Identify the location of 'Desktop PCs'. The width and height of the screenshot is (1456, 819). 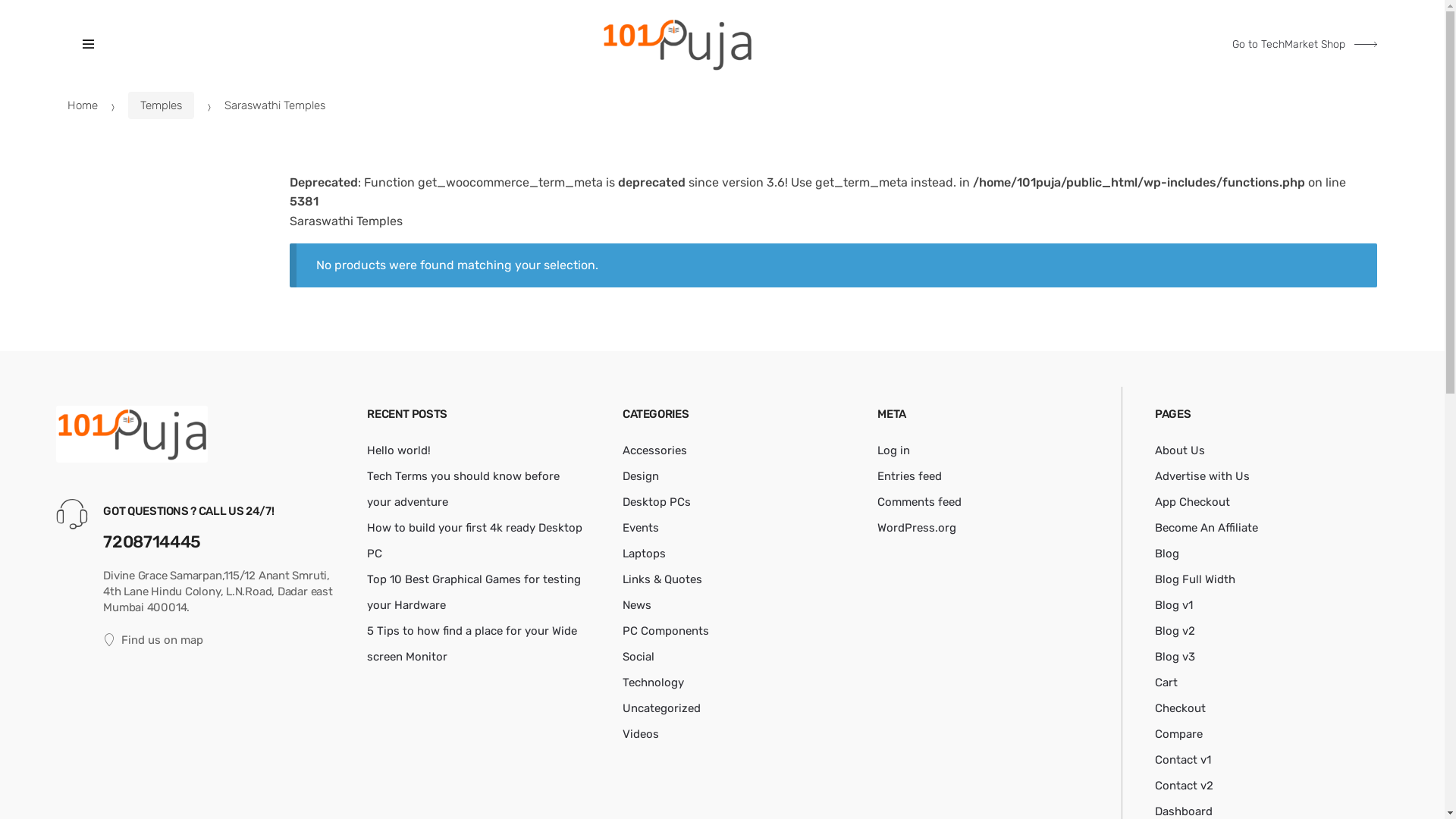
(656, 502).